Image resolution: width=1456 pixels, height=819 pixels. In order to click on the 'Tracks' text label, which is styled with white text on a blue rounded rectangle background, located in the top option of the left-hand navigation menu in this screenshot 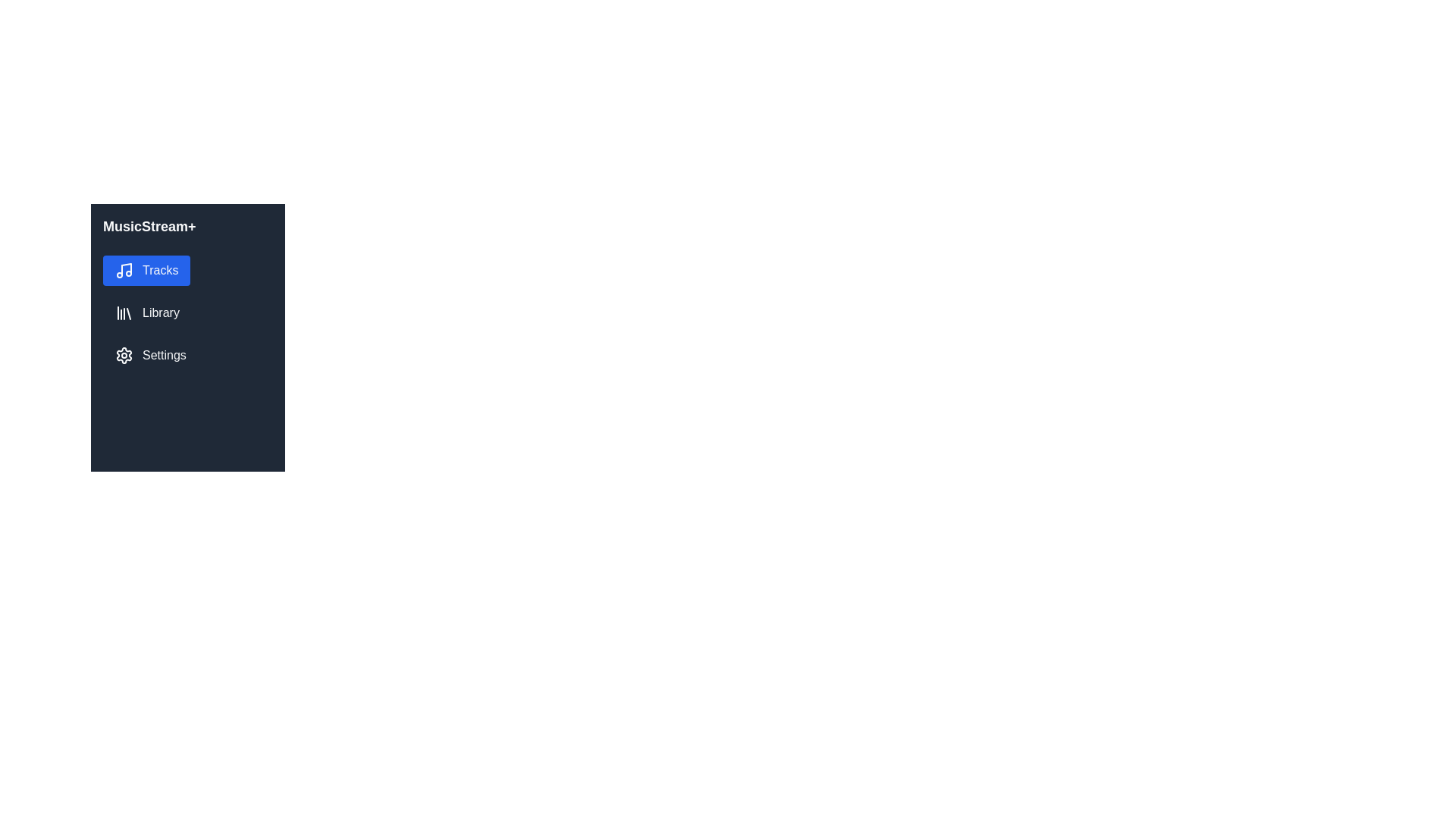, I will do `click(160, 270)`.